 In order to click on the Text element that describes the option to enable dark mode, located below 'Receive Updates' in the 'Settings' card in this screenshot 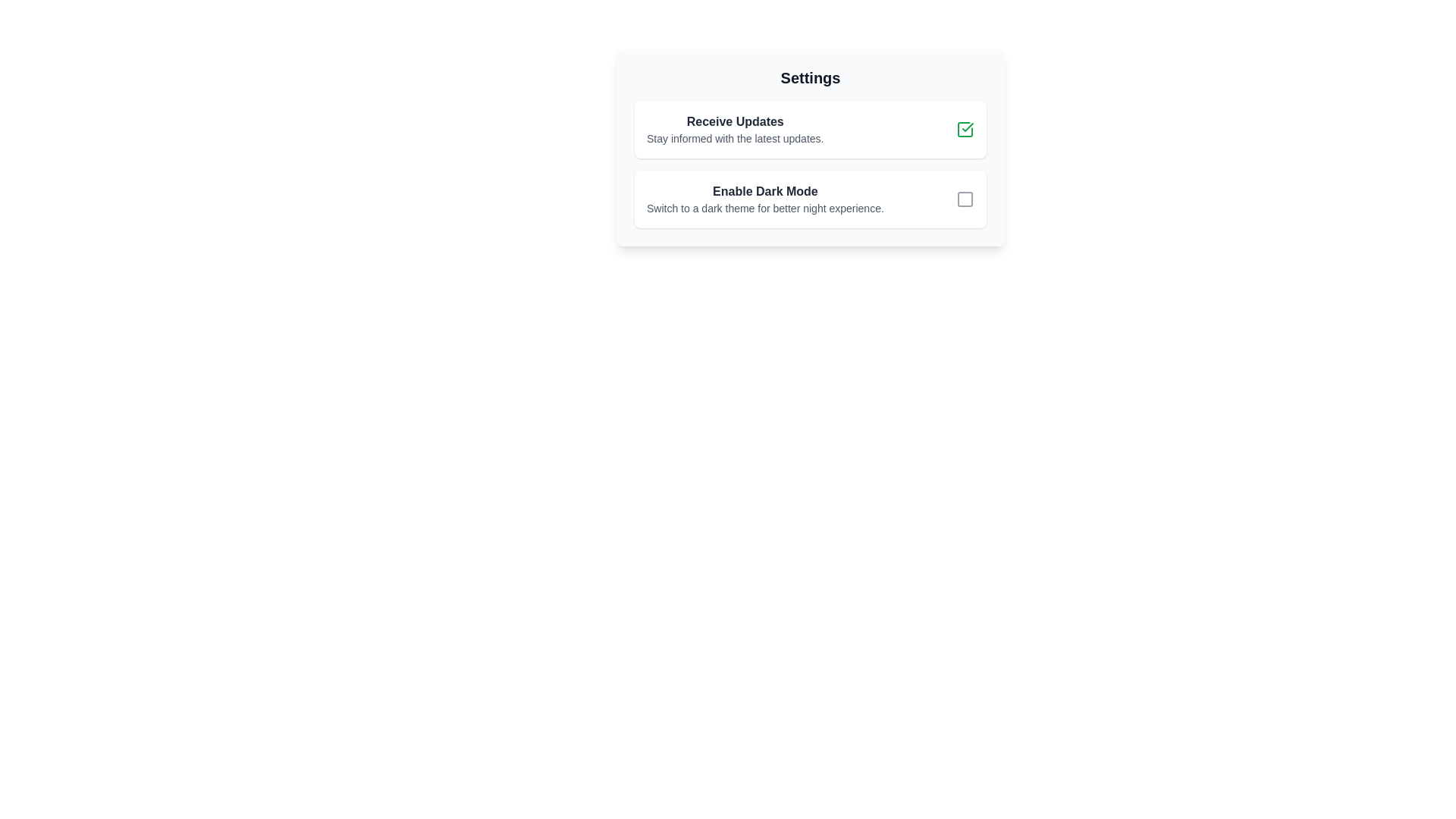, I will do `click(765, 198)`.